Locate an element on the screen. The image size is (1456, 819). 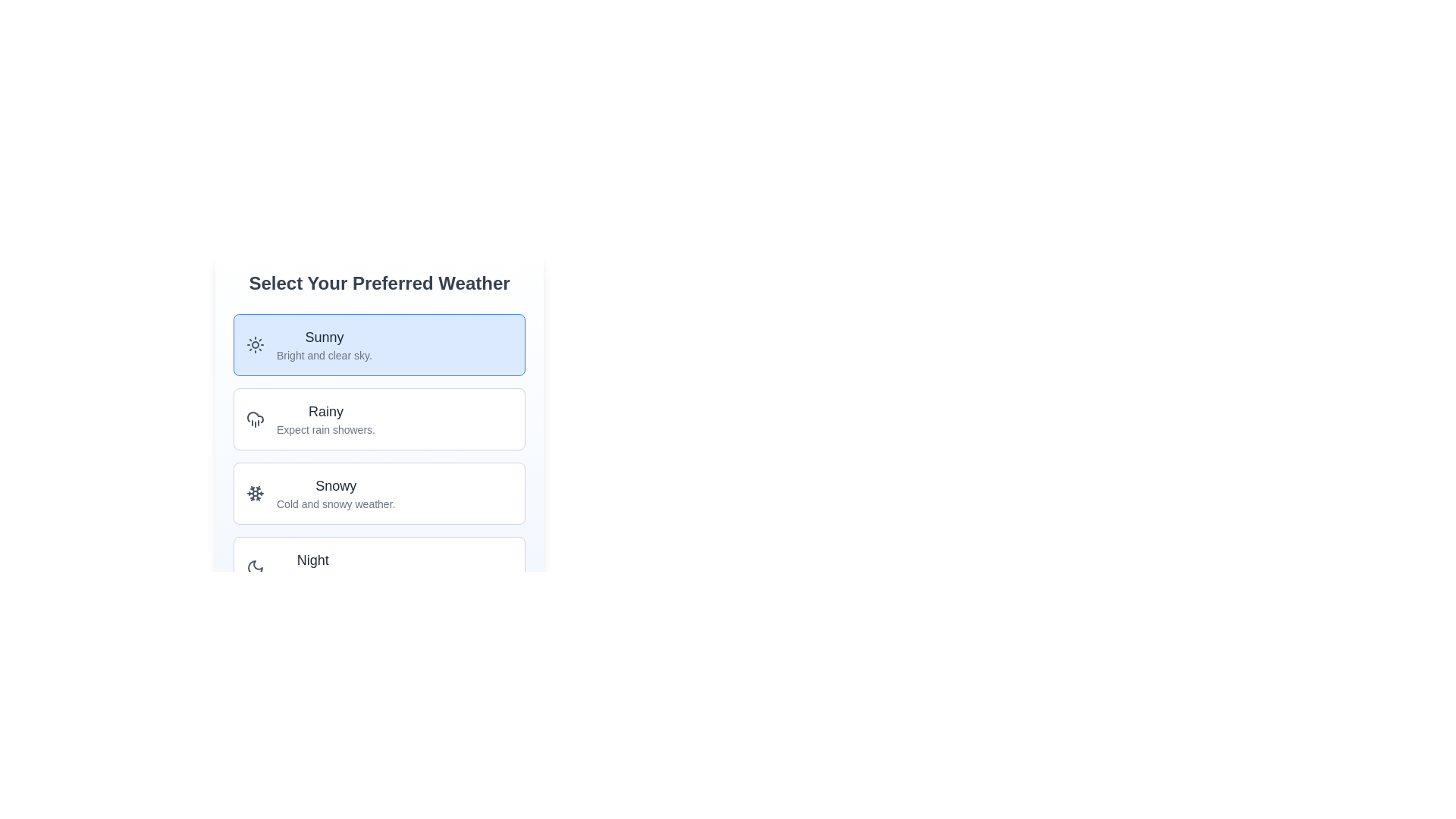
the 'Rainy' option in the selectable weather list is located at coordinates (379, 455).